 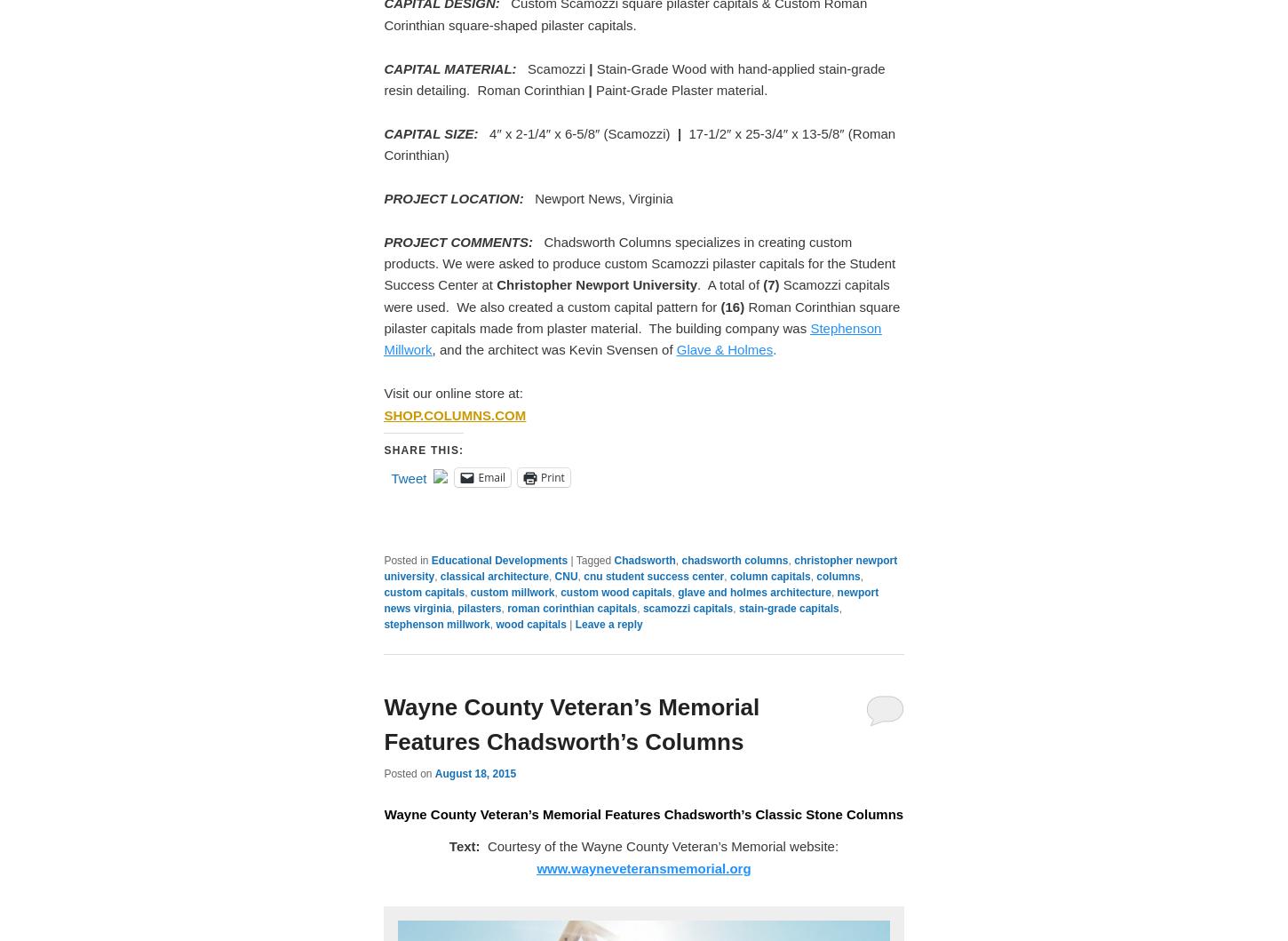 What do you see at coordinates (408, 774) in the screenshot?
I see `'Posted on'` at bounding box center [408, 774].